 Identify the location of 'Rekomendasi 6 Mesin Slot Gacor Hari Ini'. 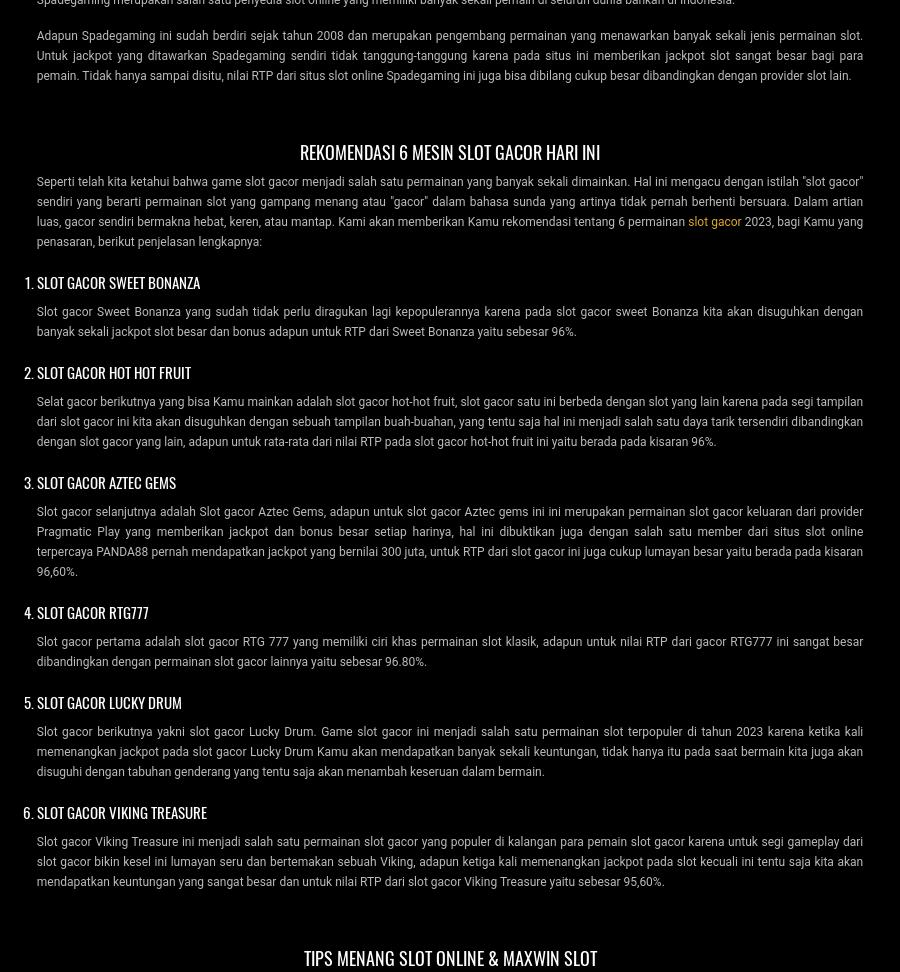
(450, 150).